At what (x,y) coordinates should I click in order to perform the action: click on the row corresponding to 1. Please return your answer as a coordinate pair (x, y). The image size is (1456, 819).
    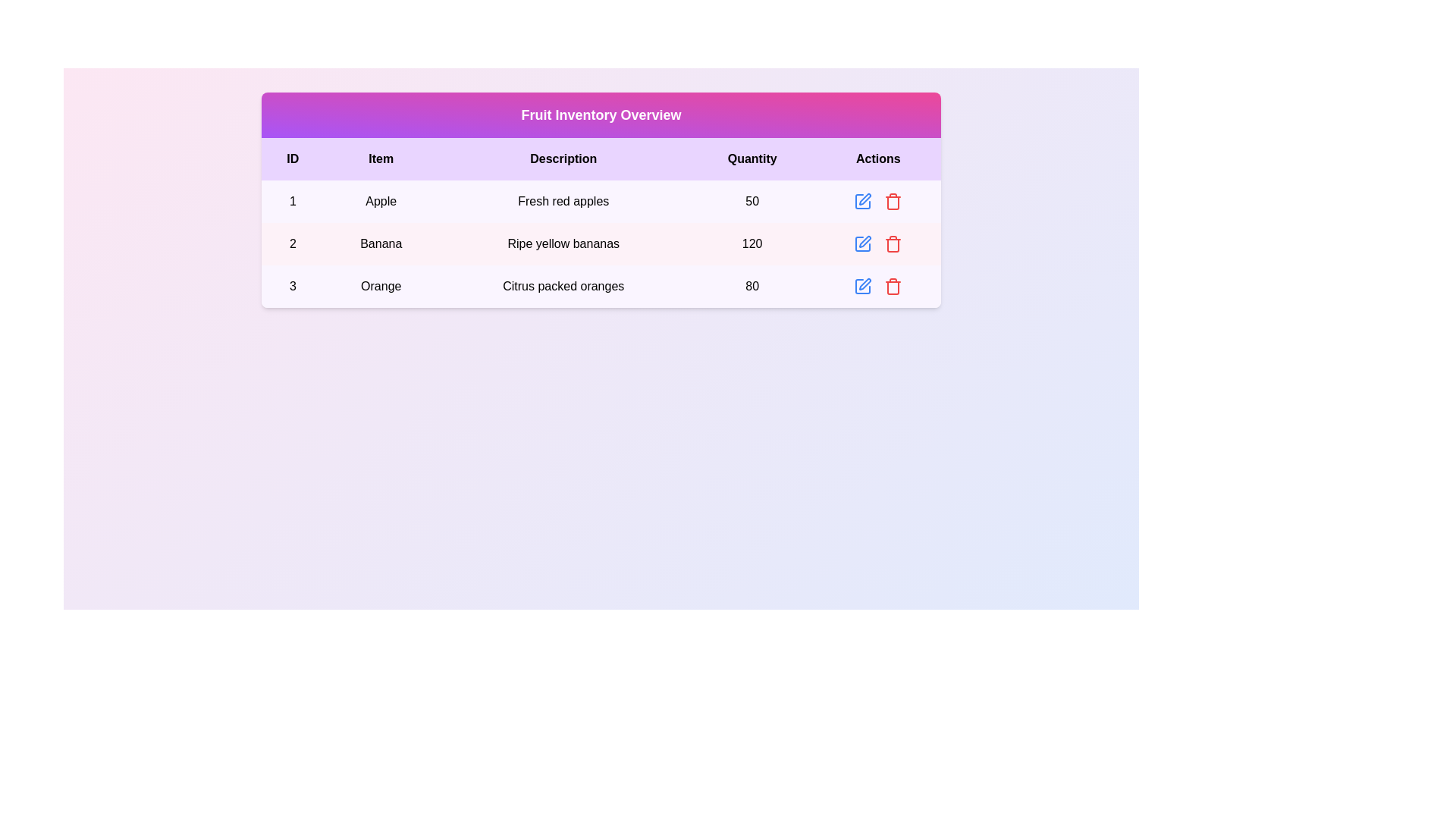
    Looking at the image, I should click on (600, 201).